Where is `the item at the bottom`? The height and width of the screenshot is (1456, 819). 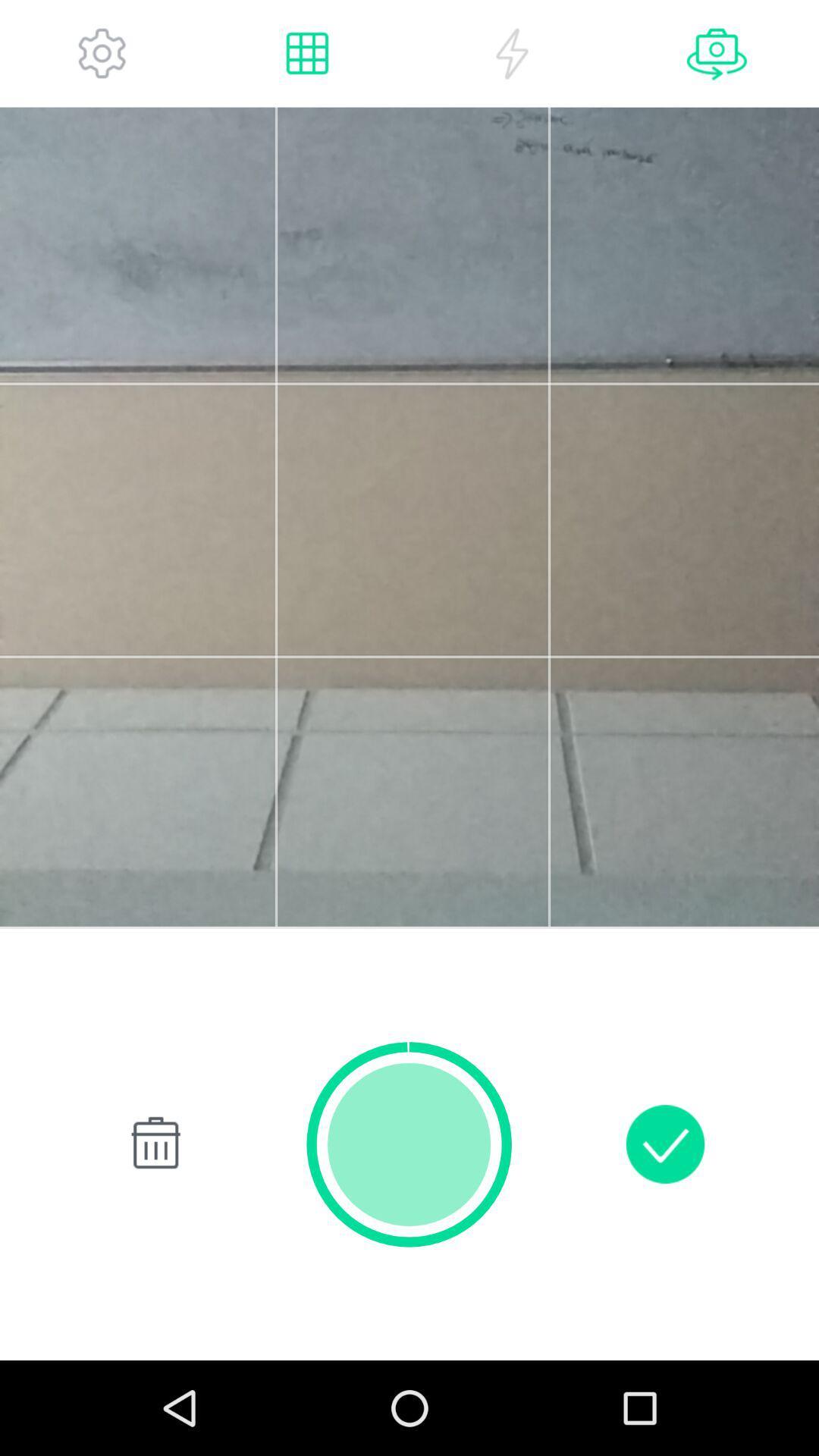
the item at the bottom is located at coordinates (408, 1144).